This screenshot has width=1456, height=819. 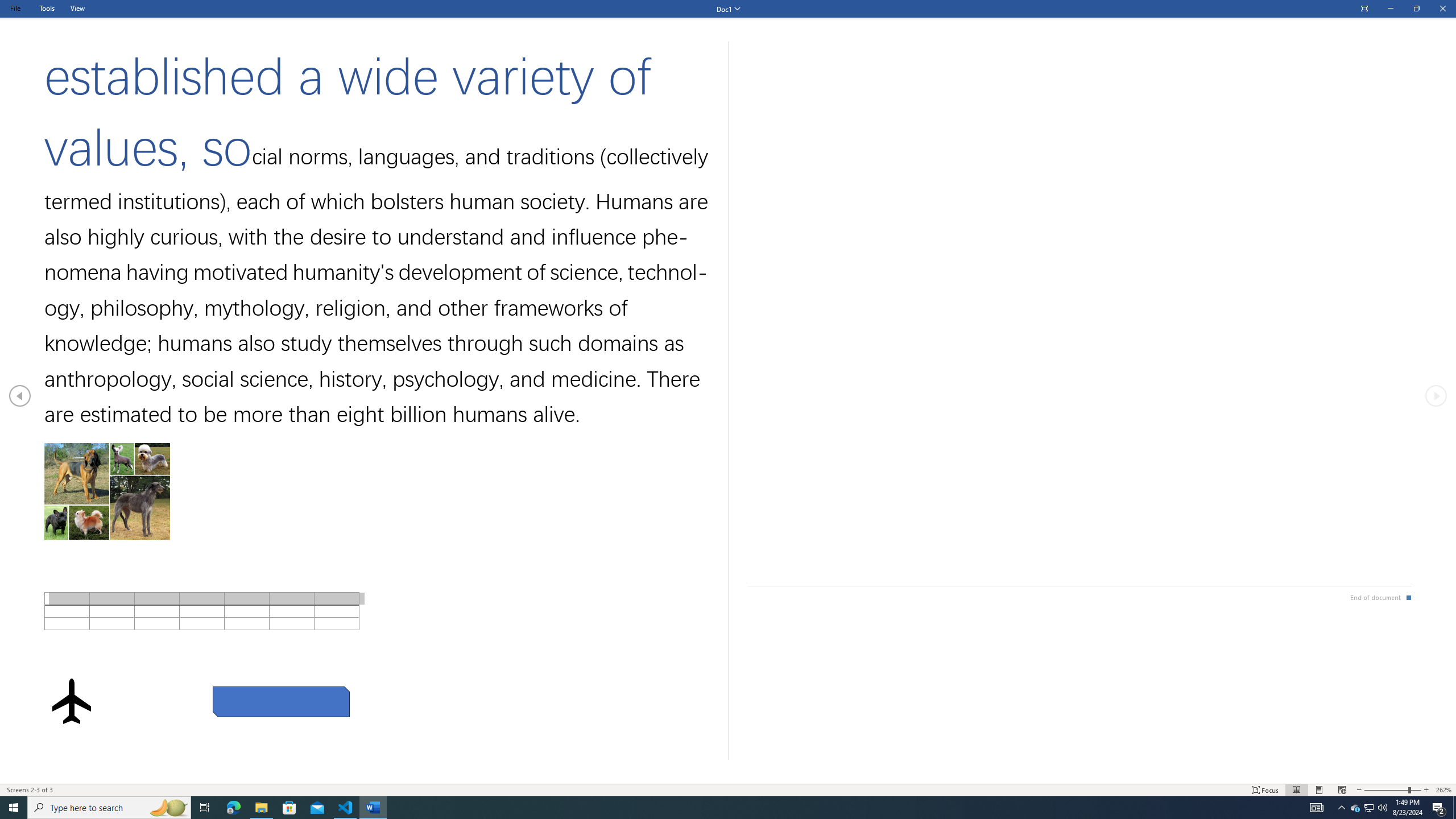 What do you see at coordinates (1426, 790) in the screenshot?
I see `'Increase Text Size'` at bounding box center [1426, 790].